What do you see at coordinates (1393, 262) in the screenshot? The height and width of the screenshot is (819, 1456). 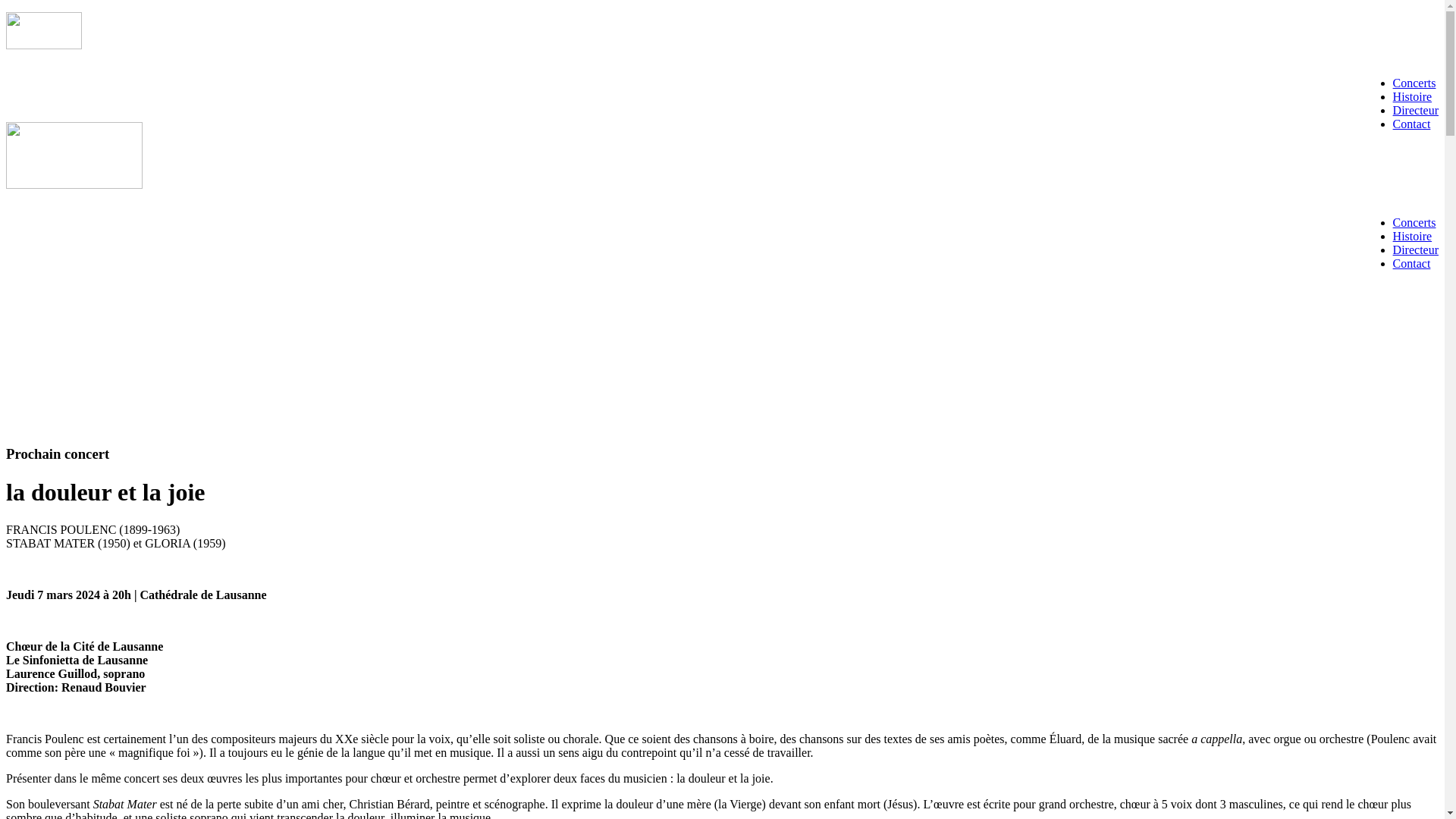 I see `'Contact'` at bounding box center [1393, 262].